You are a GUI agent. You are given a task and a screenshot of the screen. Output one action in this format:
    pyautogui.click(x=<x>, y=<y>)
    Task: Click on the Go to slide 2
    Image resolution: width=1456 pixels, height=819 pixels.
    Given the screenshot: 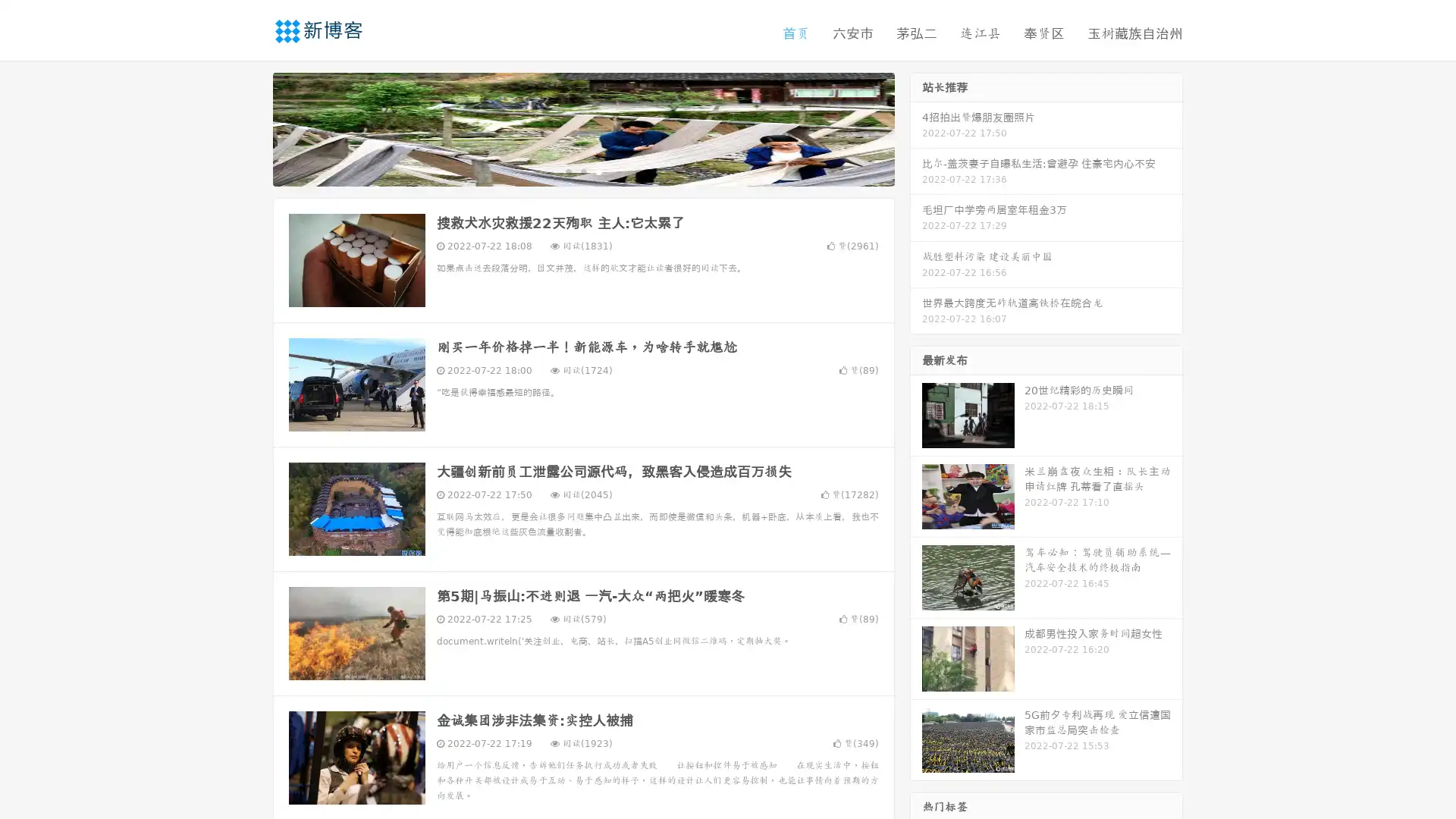 What is the action you would take?
    pyautogui.click(x=582, y=171)
    